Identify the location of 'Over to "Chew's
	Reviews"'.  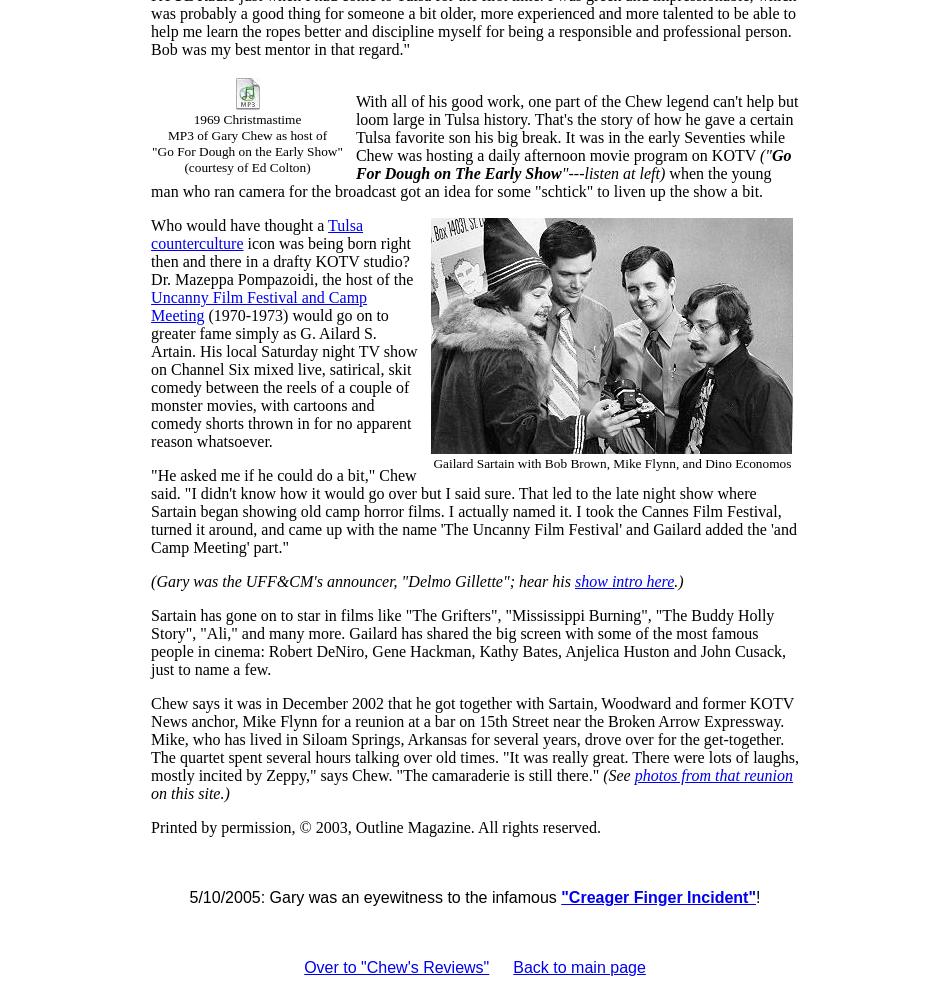
(395, 966).